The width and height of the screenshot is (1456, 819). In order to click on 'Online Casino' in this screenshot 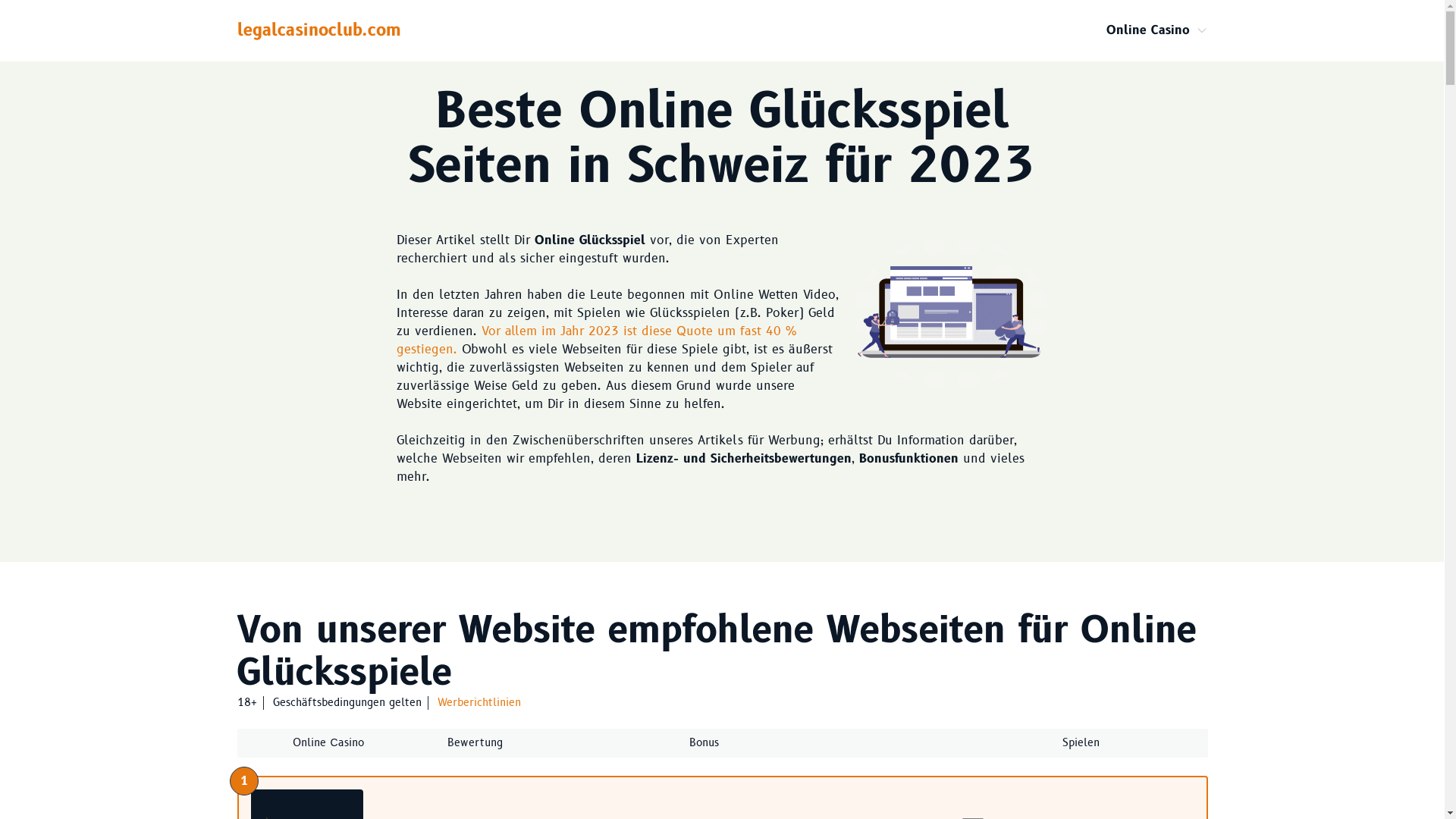, I will do `click(1147, 30)`.